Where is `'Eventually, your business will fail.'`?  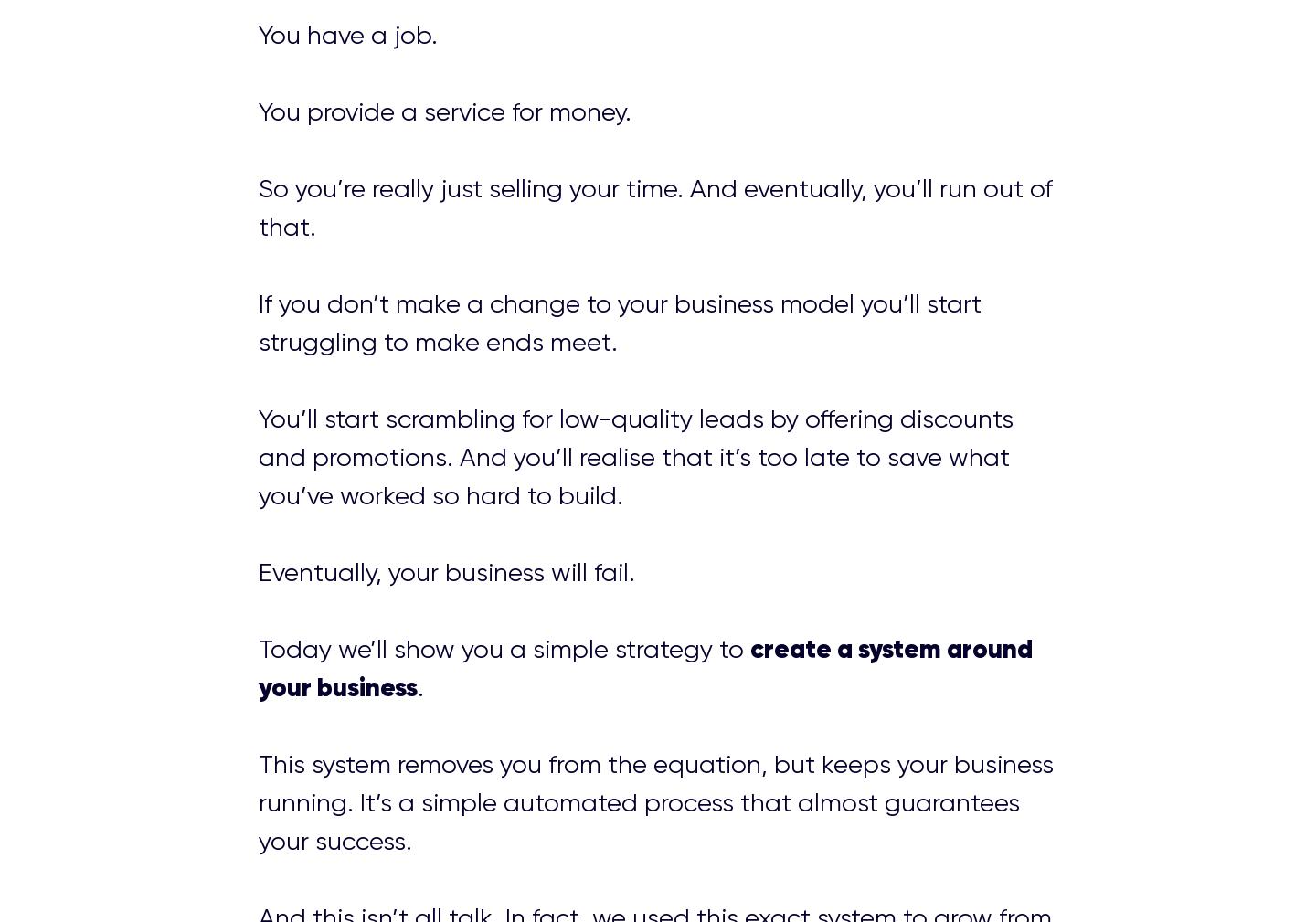 'Eventually, your business will fail.' is located at coordinates (256, 572).